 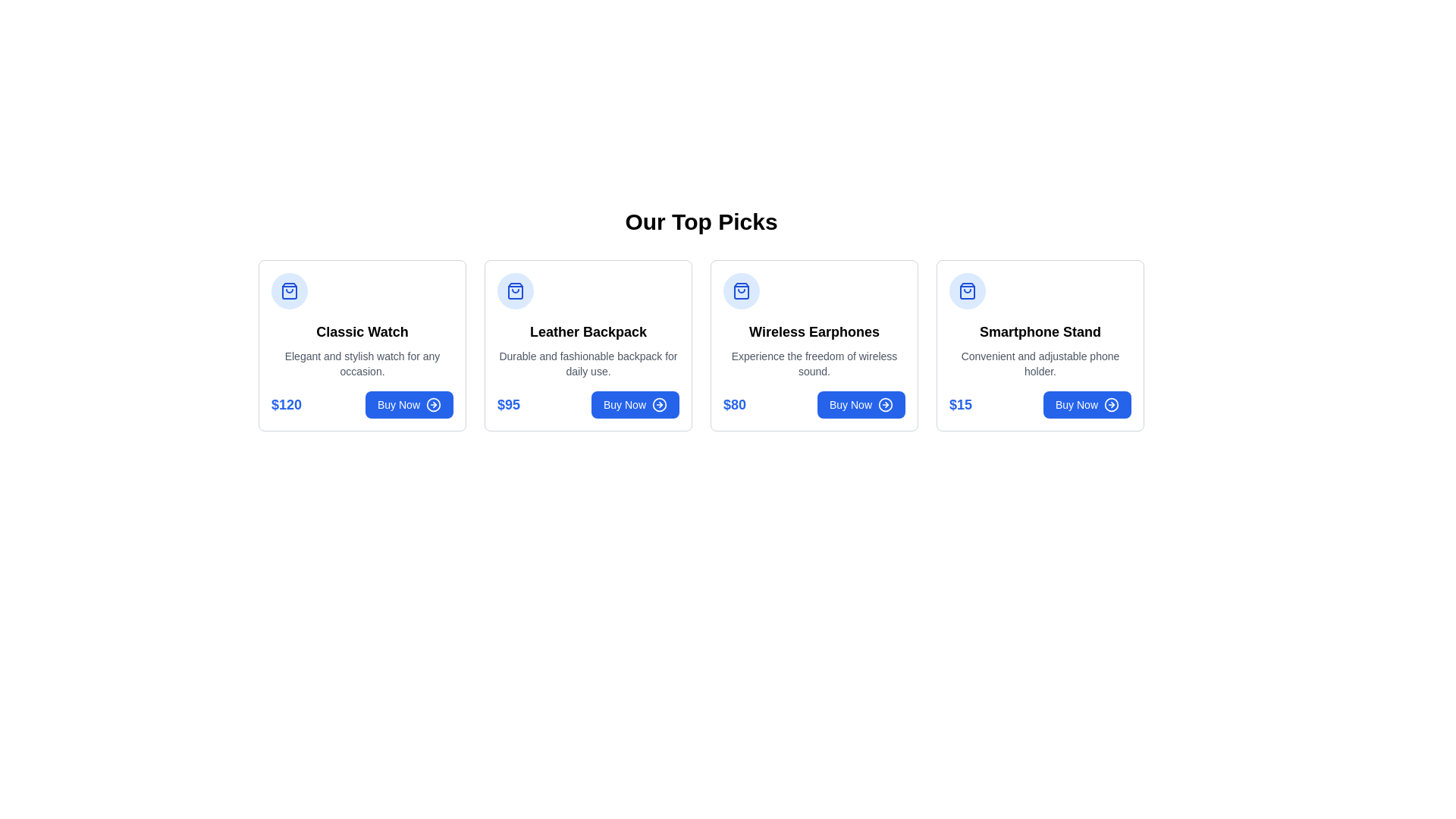 What do you see at coordinates (1111, 403) in the screenshot?
I see `the circular icon with a right-pointing arrow embedded in the 'Buy Now' button of the 'Smartphone Stand' card, located on the right side of the button` at bounding box center [1111, 403].